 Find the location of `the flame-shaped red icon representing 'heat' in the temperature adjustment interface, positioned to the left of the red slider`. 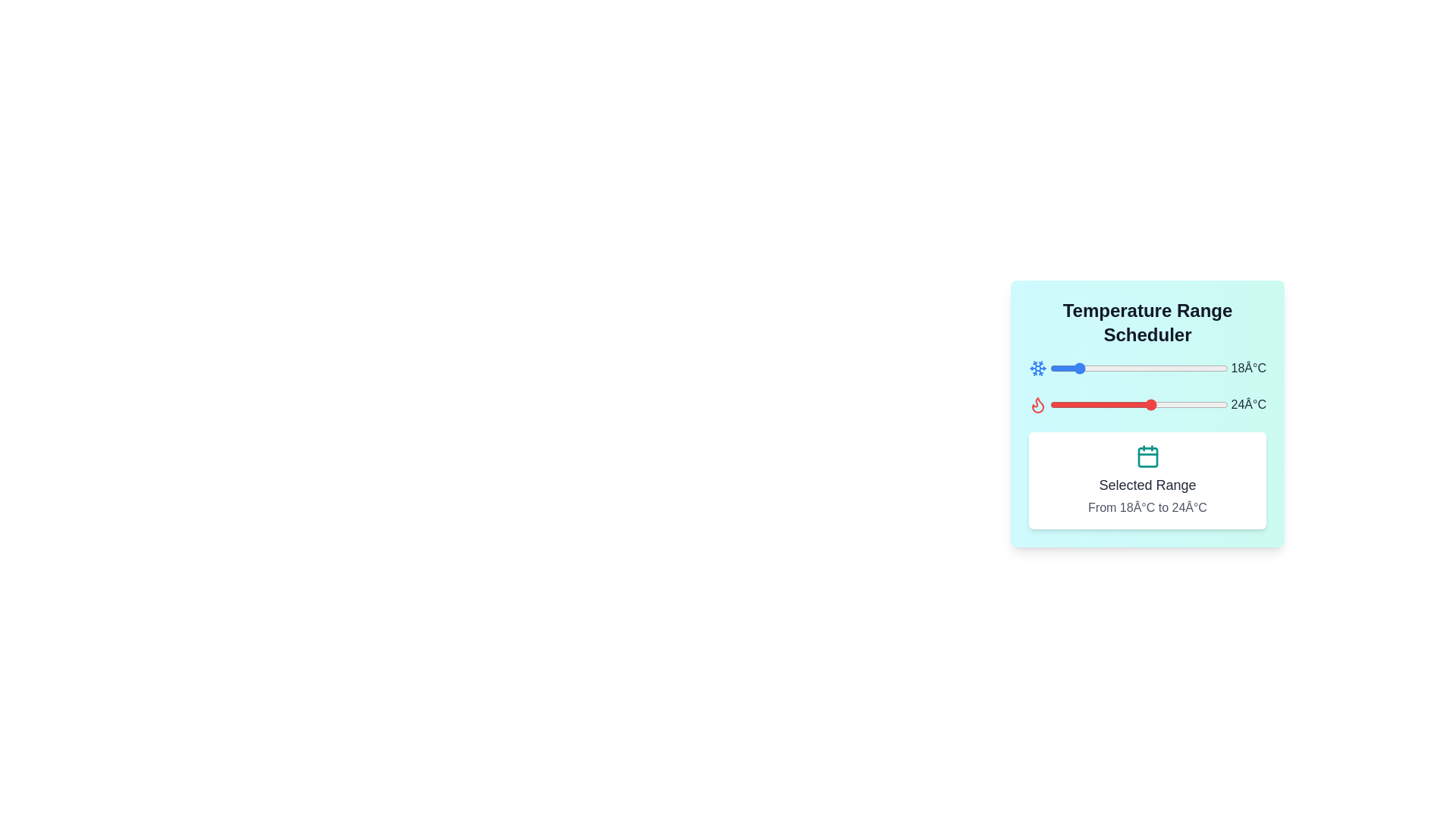

the flame-shaped red icon representing 'heat' in the temperature adjustment interface, positioned to the left of the red slider is located at coordinates (1037, 403).